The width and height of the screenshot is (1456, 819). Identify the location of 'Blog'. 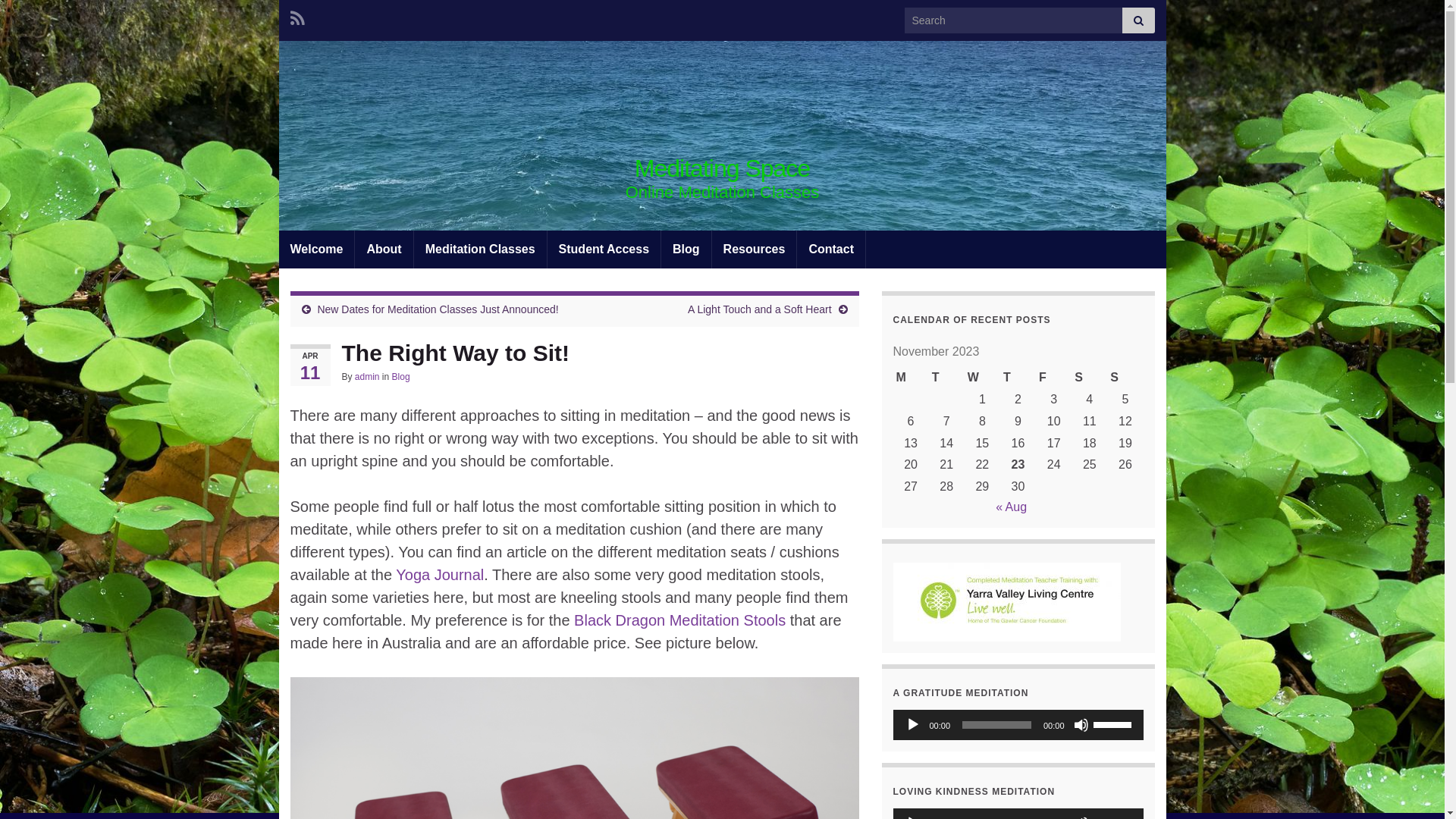
(661, 248).